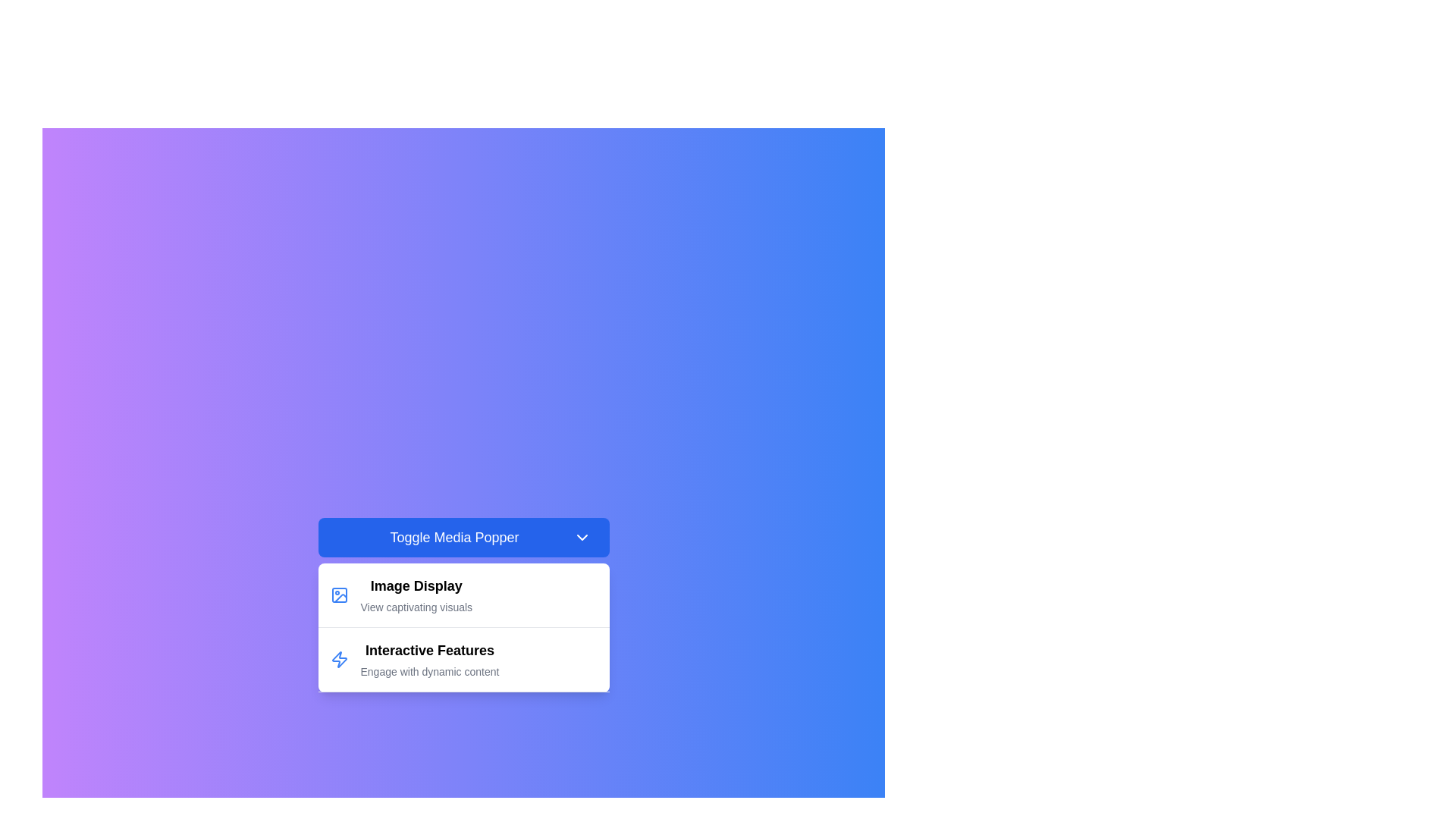 This screenshot has height=819, width=1456. What do you see at coordinates (428, 671) in the screenshot?
I see `the text label displaying 'Engage with dynamic content' located below the title 'Interactive Features'` at bounding box center [428, 671].